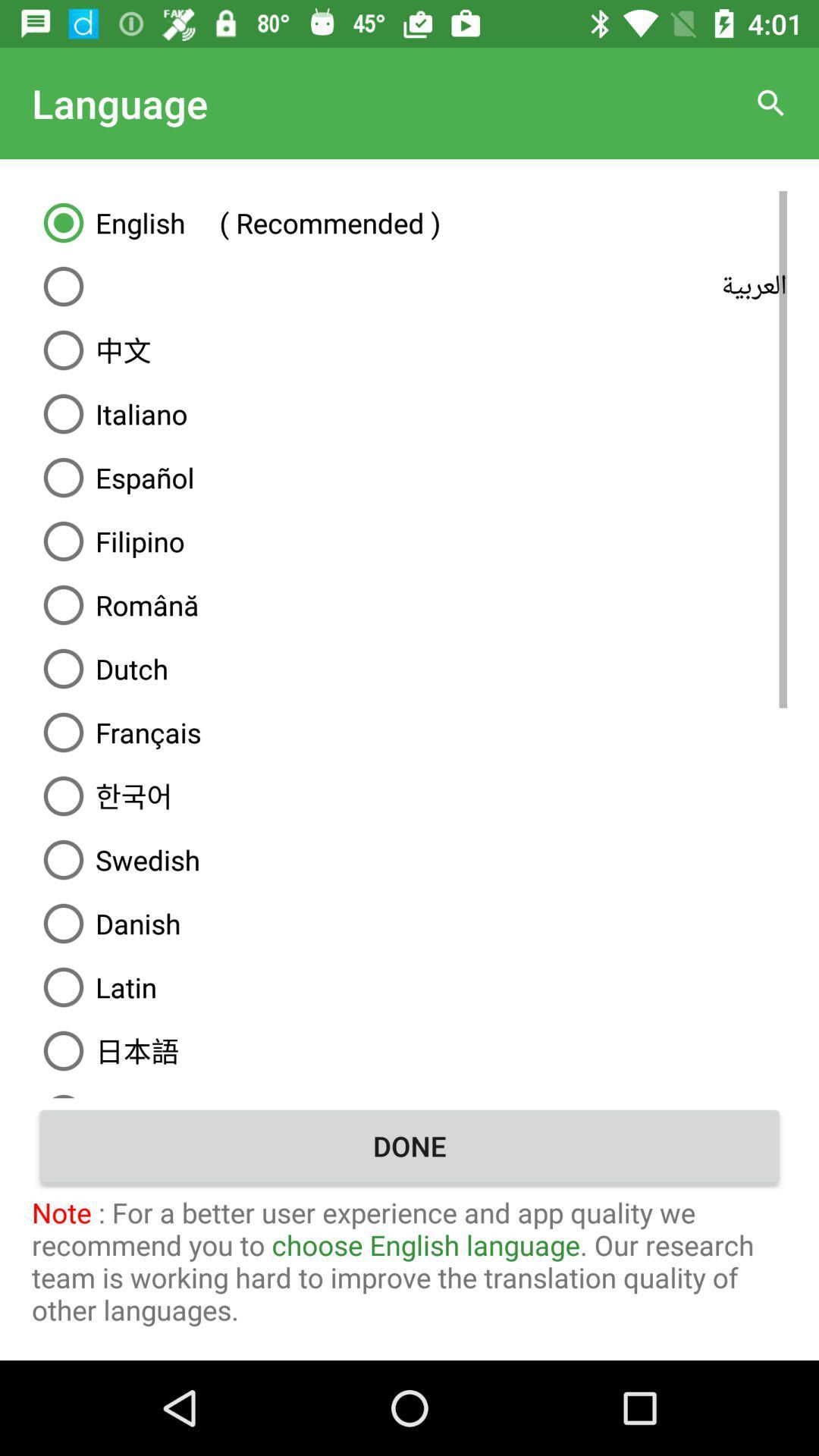 Image resolution: width=819 pixels, height=1456 pixels. What do you see at coordinates (409, 287) in the screenshot?
I see `the icon below english     ( recommended ) icon` at bounding box center [409, 287].